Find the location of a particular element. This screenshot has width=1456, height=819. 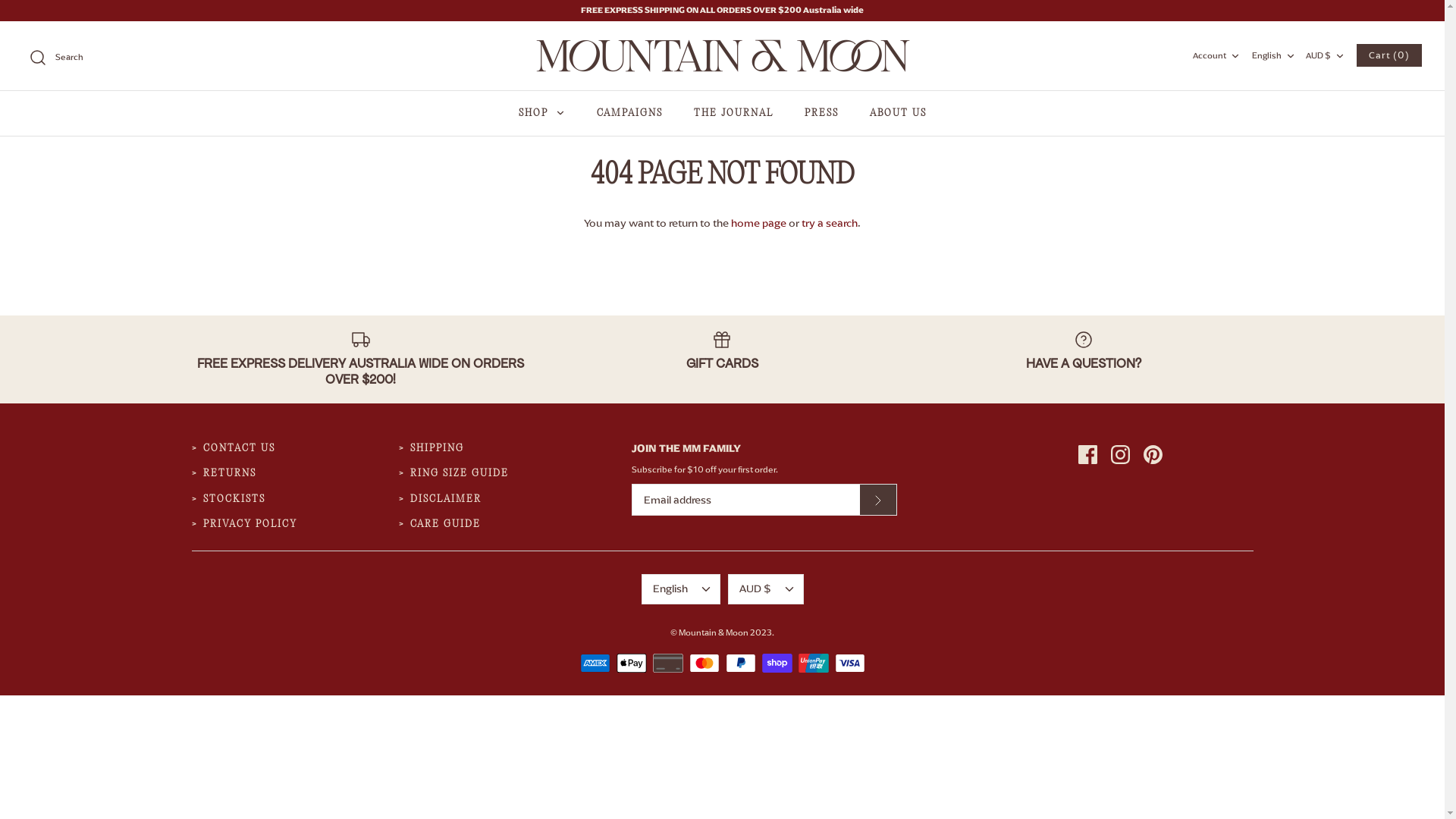

'CONTACT US' is located at coordinates (238, 447).